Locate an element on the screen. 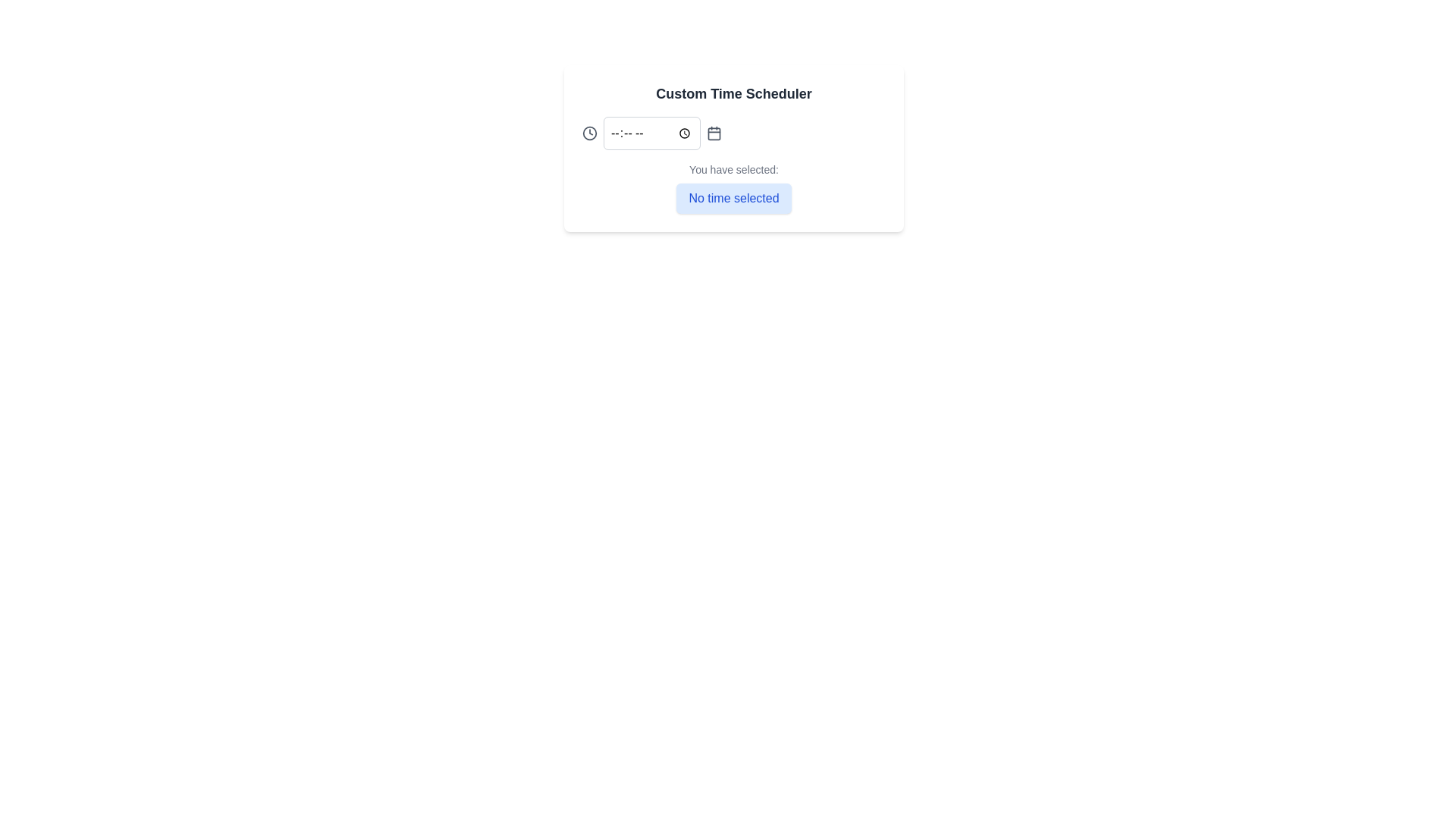 This screenshot has height=819, width=1456. the clickable part of the calendar icon located on the right side of the time selection field to interact with the date picker options is located at coordinates (713, 133).